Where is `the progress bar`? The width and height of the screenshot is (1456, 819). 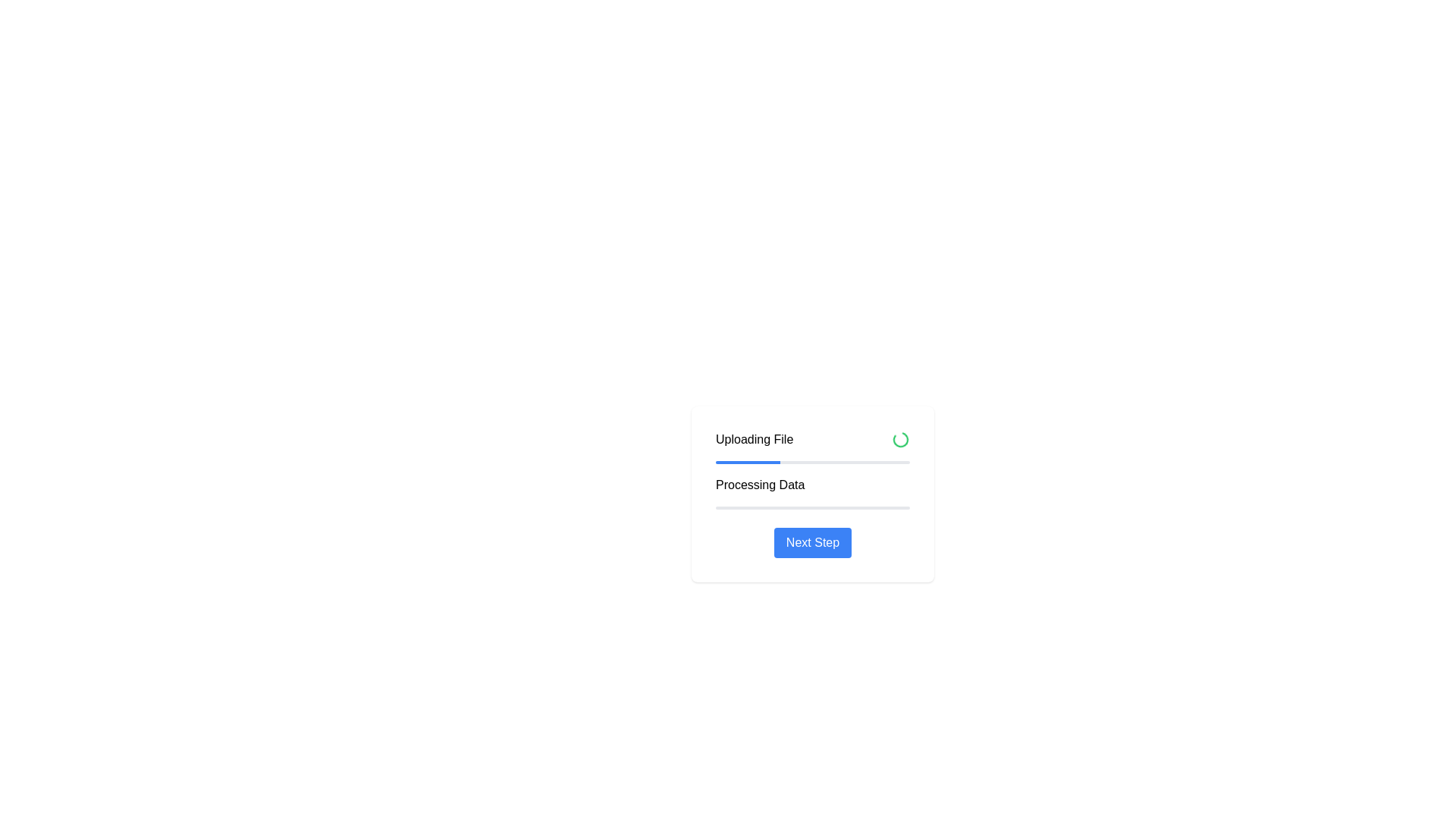
the progress bar is located at coordinates (748, 461).